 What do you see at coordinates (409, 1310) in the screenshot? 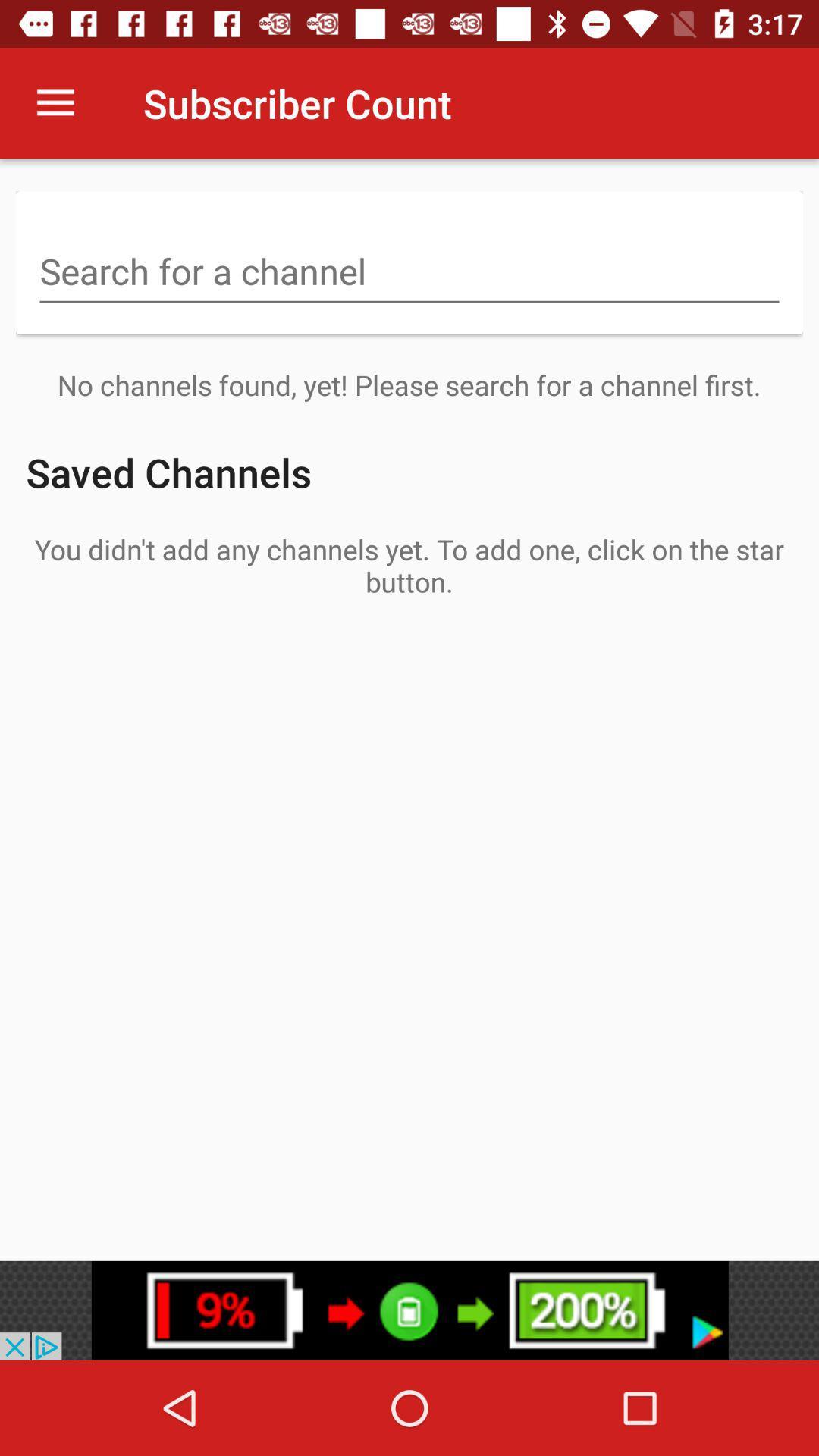
I see `google play advertisement` at bounding box center [409, 1310].